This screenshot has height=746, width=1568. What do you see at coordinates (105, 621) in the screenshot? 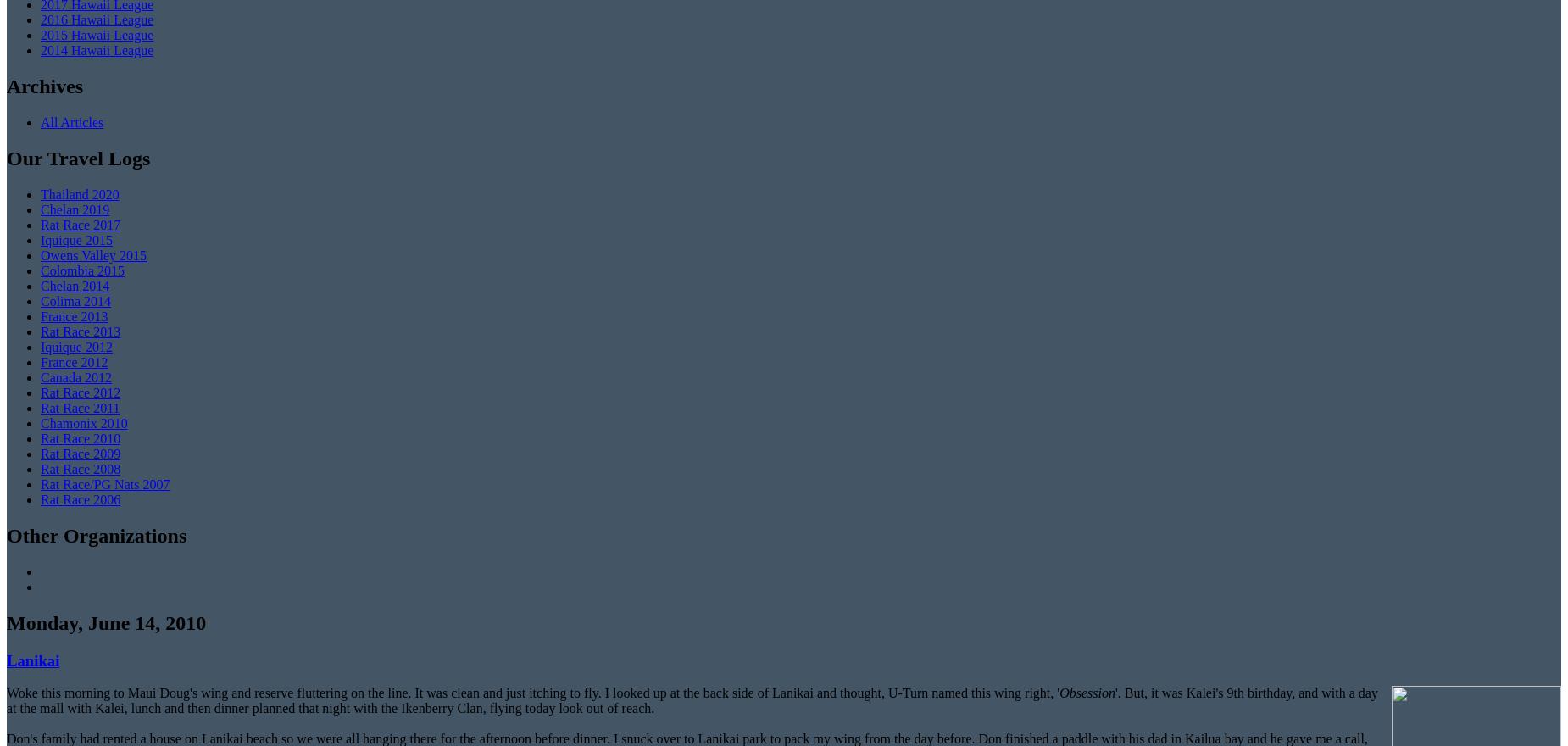
I see `'Monday, June 14, 2010'` at bounding box center [105, 621].